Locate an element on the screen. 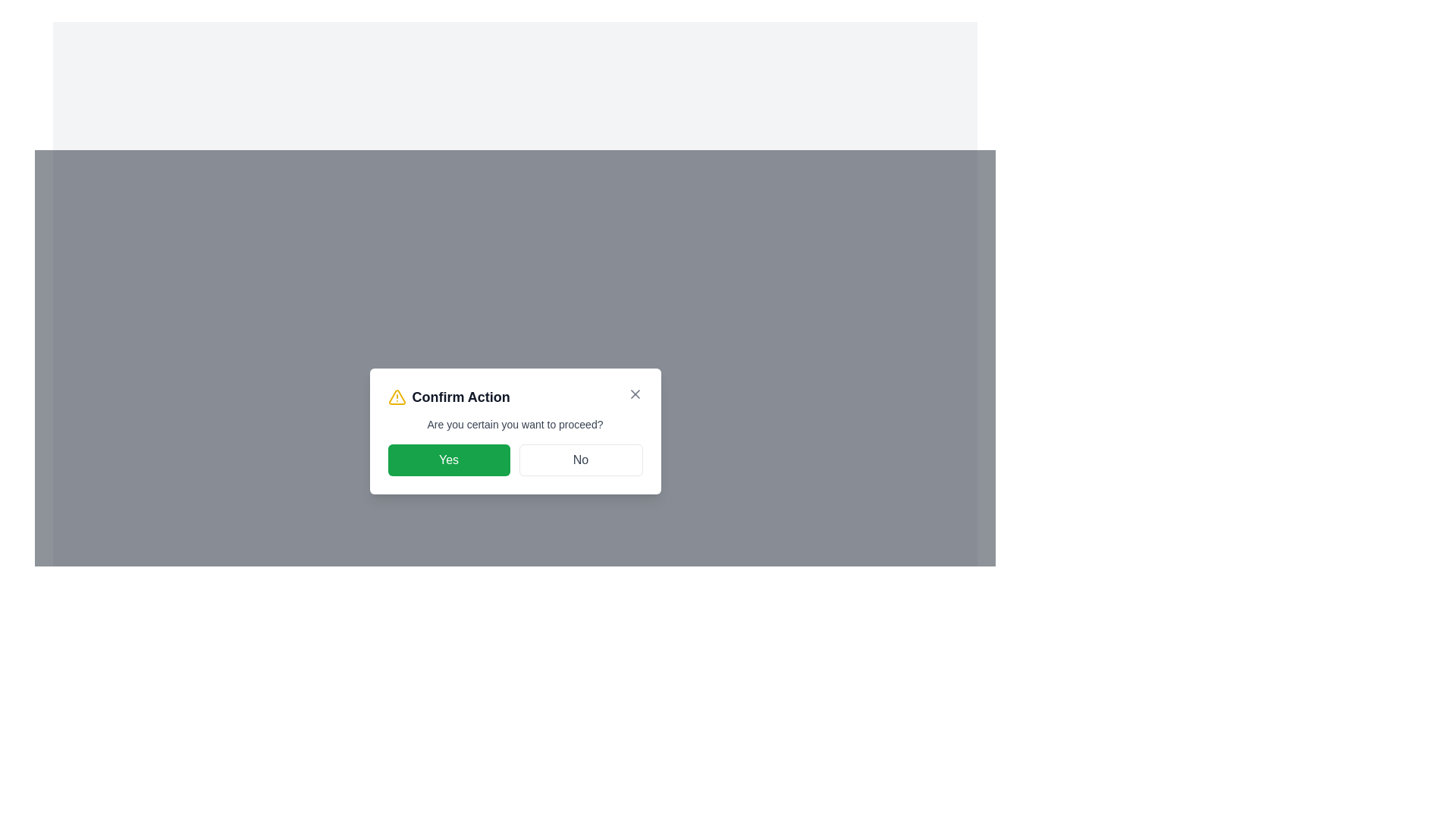  the alert icon located on the left side of the 'Confirm Action' section, adjacent to the text 'Confirm Action' is located at coordinates (397, 397).